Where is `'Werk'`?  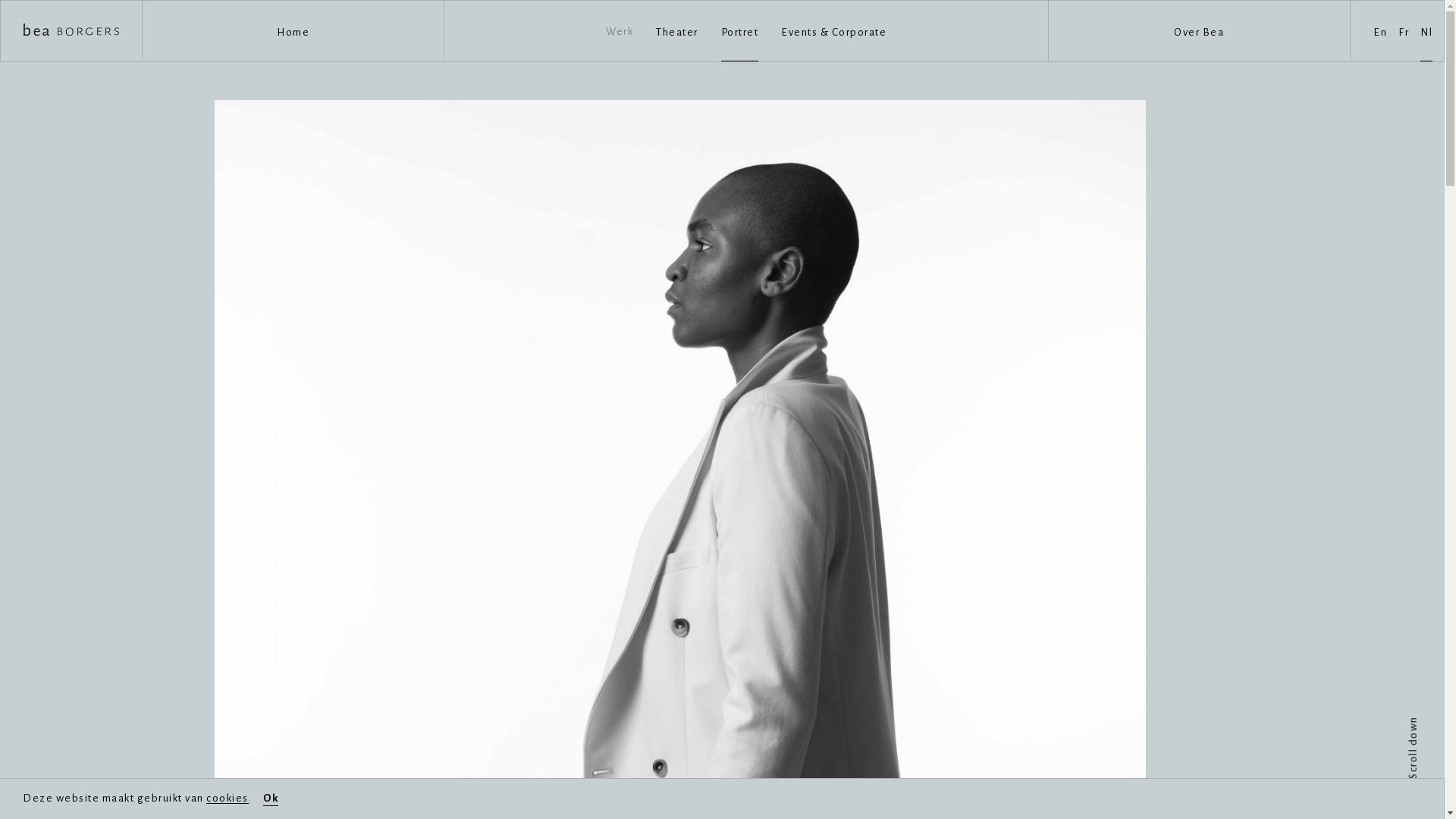
'Werk' is located at coordinates (619, 31).